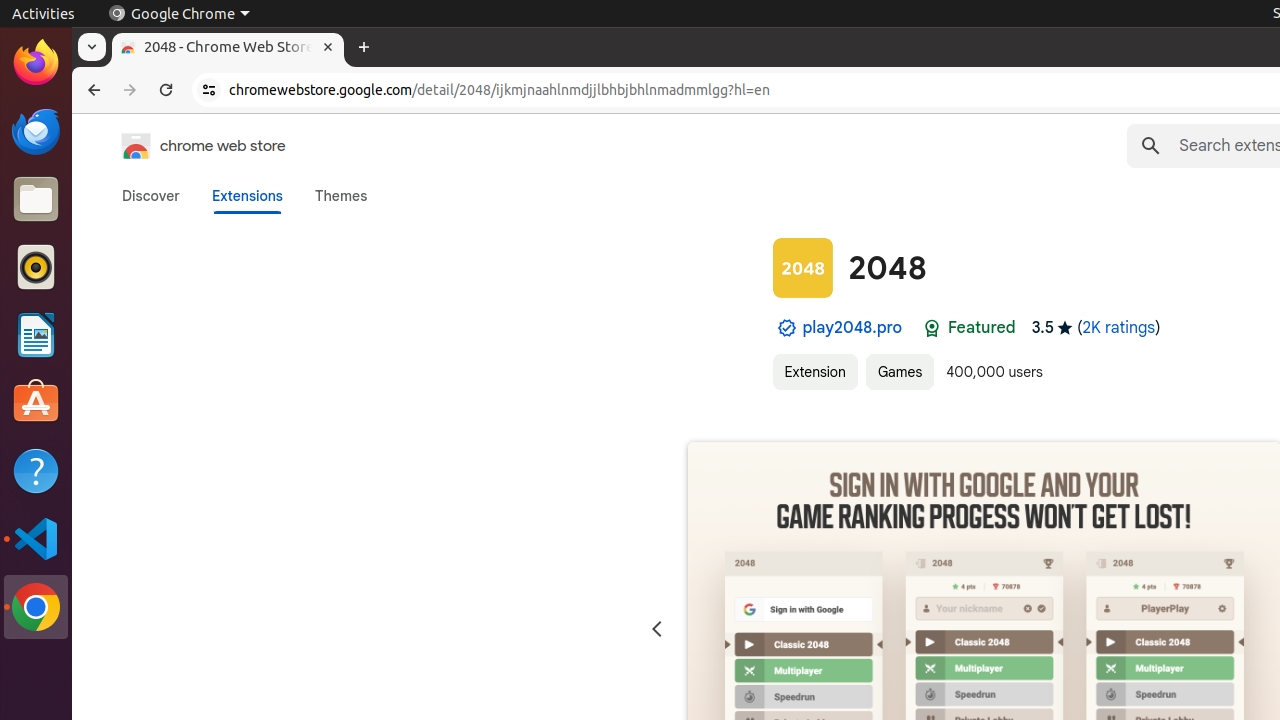 The height and width of the screenshot is (720, 1280). What do you see at coordinates (150, 195) in the screenshot?
I see `'Discover'` at bounding box center [150, 195].